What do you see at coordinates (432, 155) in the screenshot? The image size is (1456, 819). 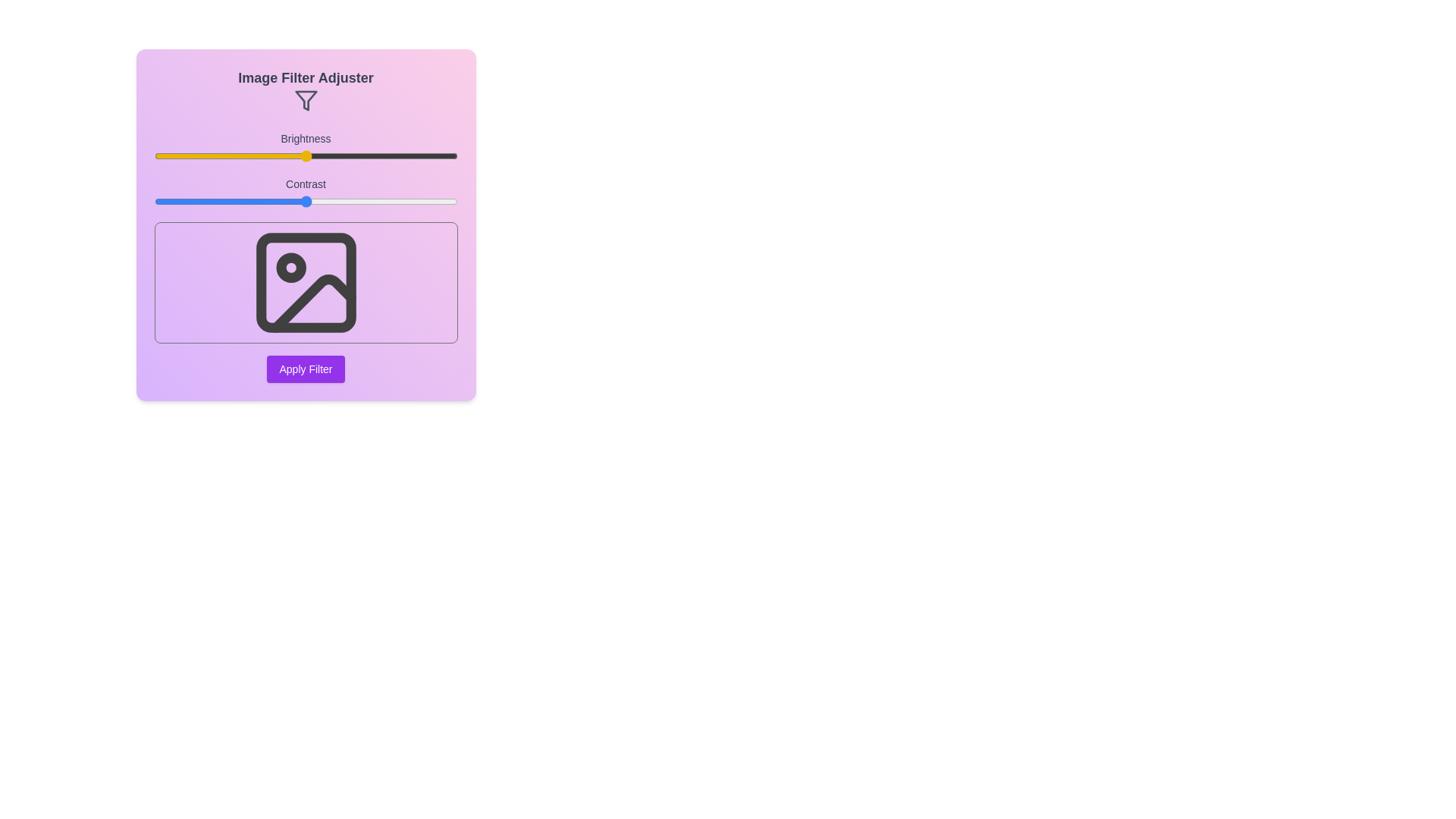 I see `the brightness slider to 92% and observe the preview image` at bounding box center [432, 155].